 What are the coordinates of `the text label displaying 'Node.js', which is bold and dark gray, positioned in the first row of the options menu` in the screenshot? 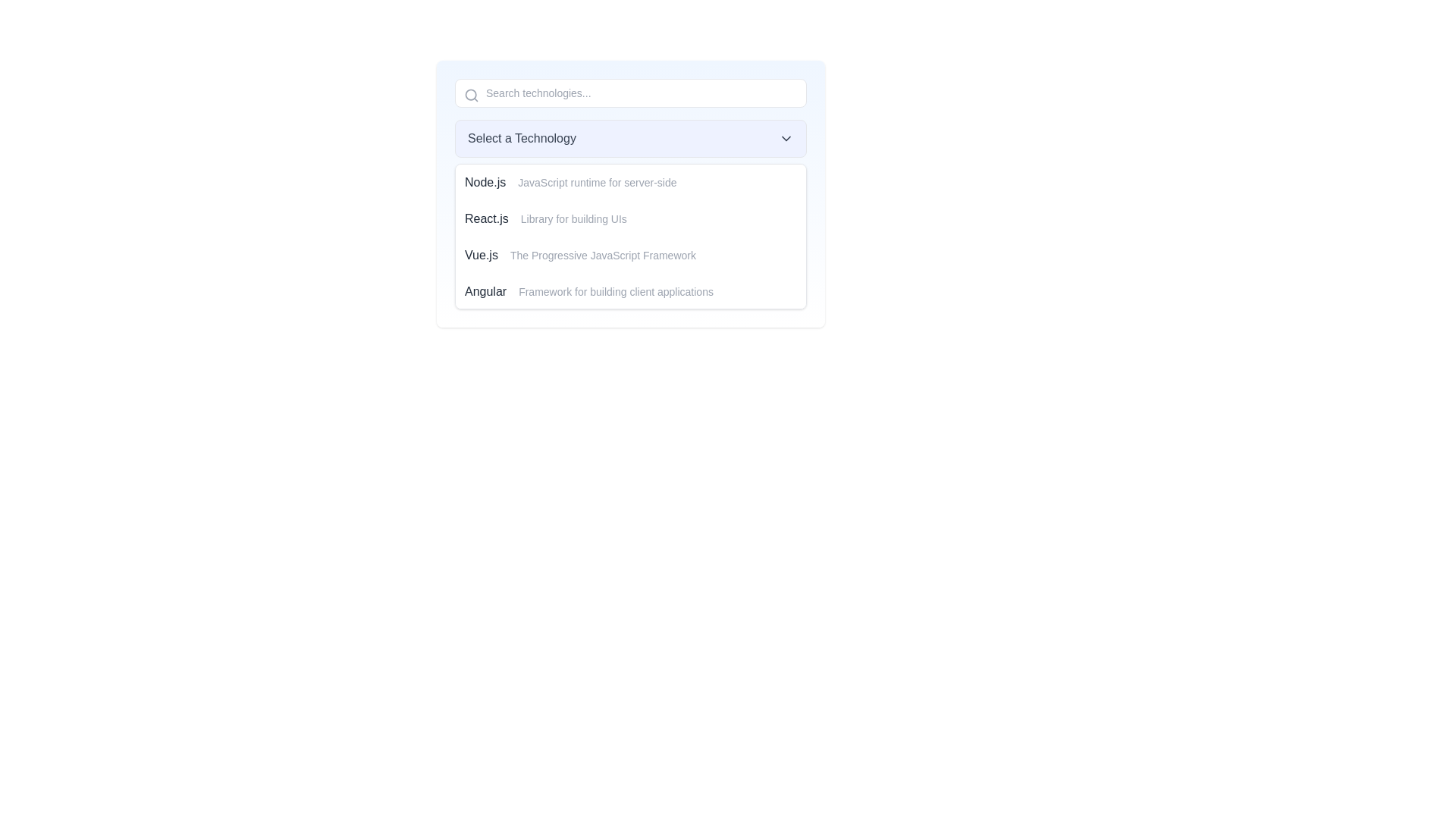 It's located at (485, 181).